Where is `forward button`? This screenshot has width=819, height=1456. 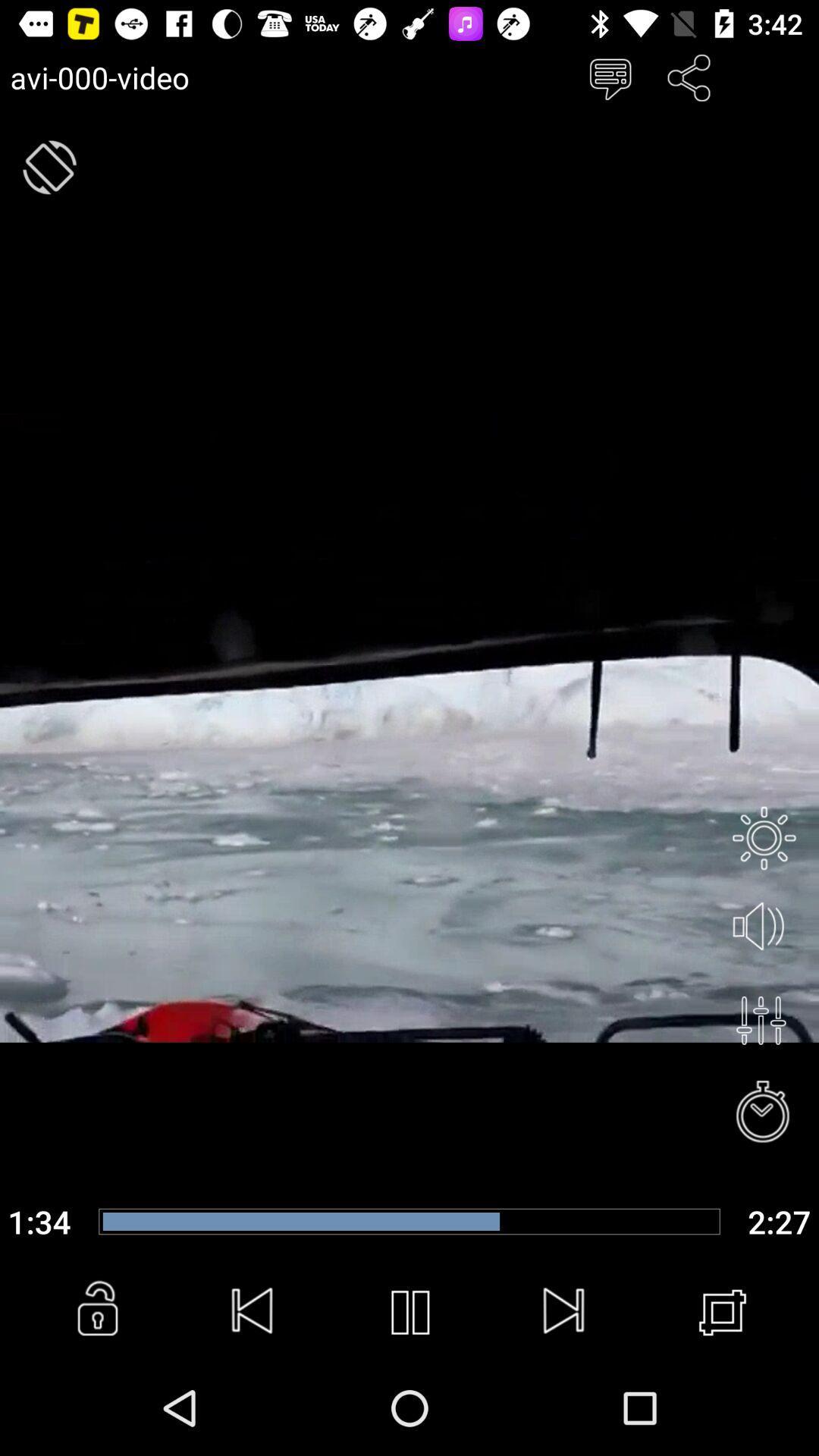 forward button is located at coordinates (565, 1312).